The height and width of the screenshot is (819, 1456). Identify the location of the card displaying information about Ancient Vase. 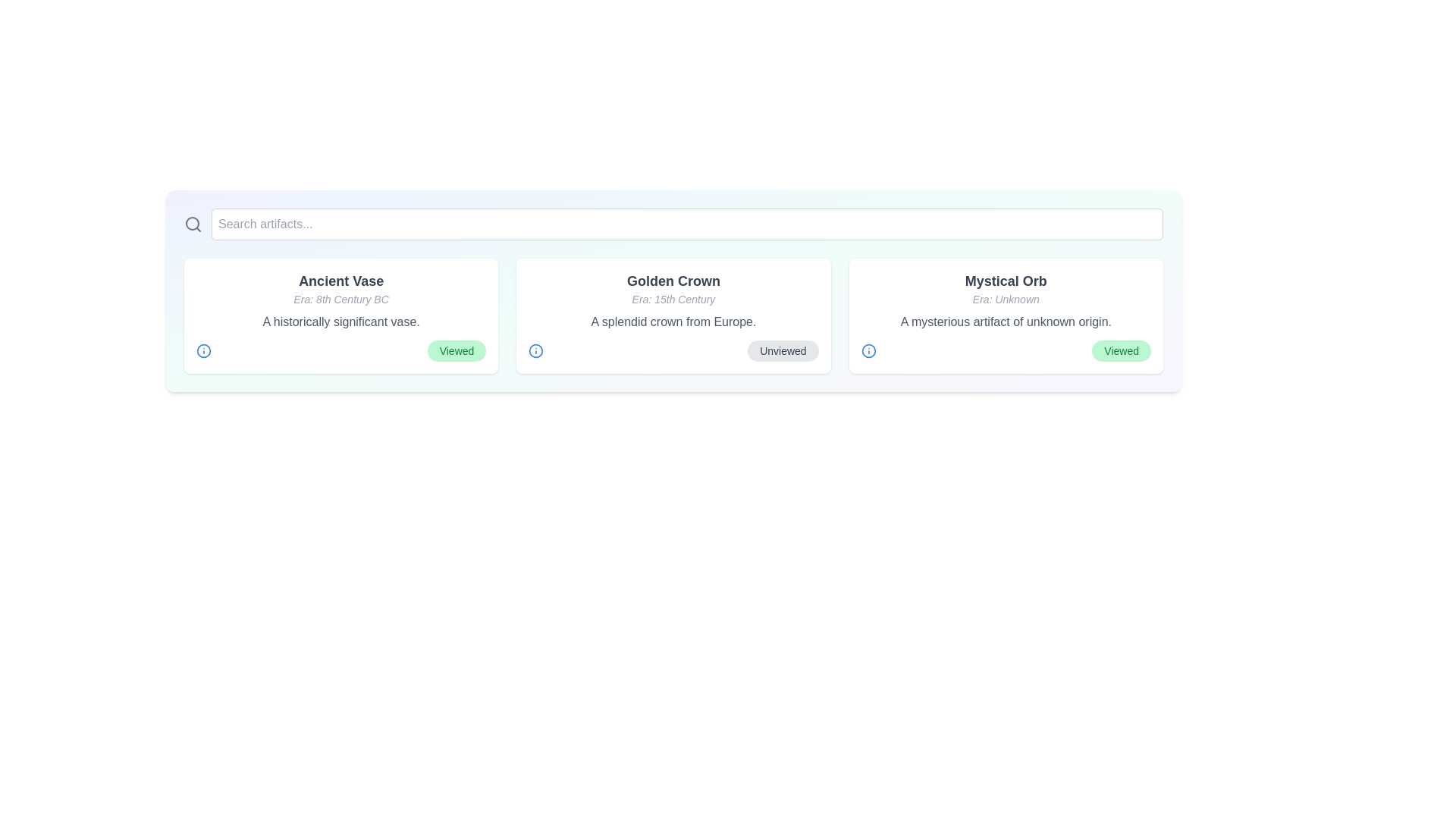
(340, 315).